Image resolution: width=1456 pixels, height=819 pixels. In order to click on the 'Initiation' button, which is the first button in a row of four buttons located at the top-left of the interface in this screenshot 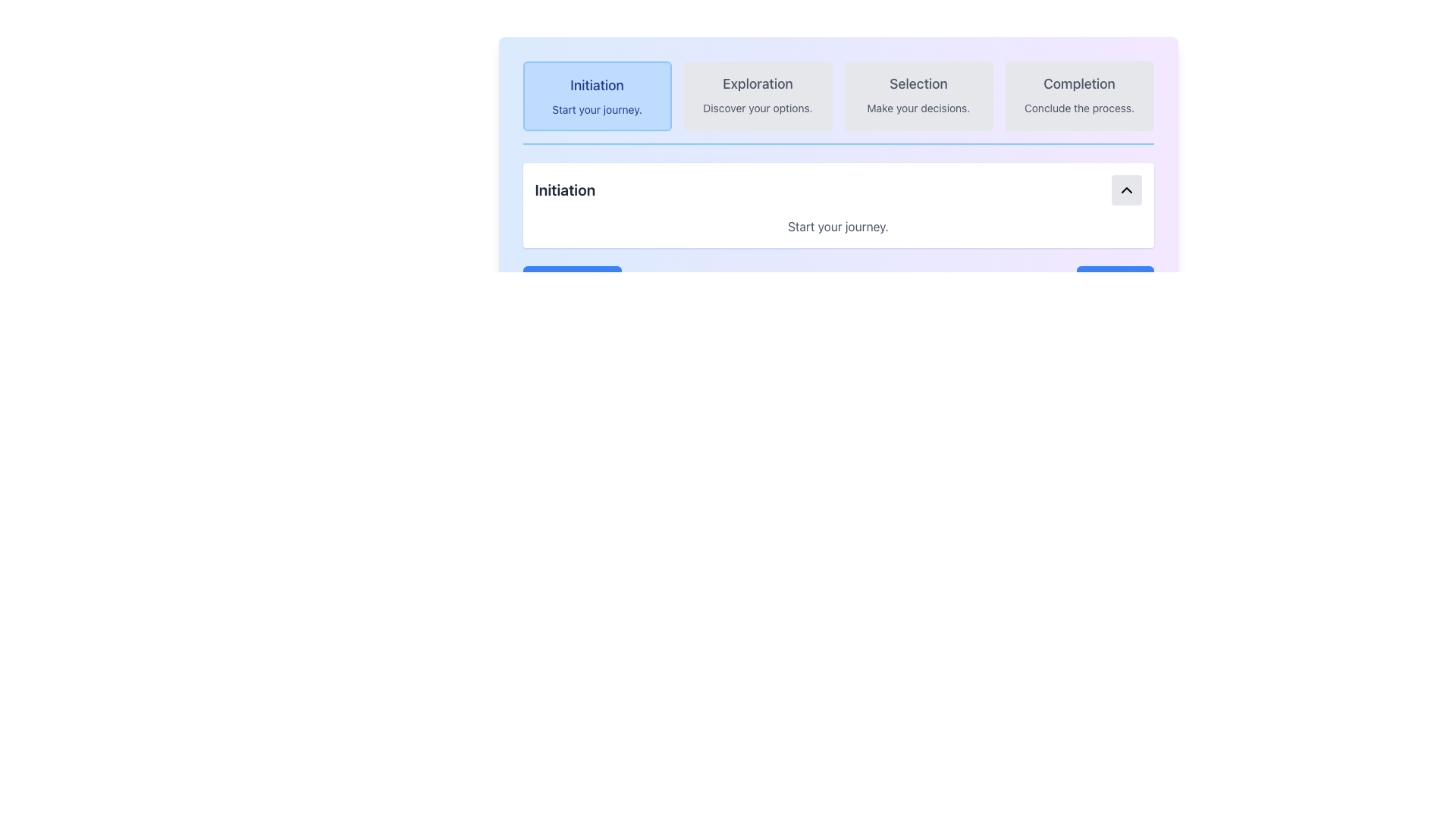, I will do `click(596, 96)`.